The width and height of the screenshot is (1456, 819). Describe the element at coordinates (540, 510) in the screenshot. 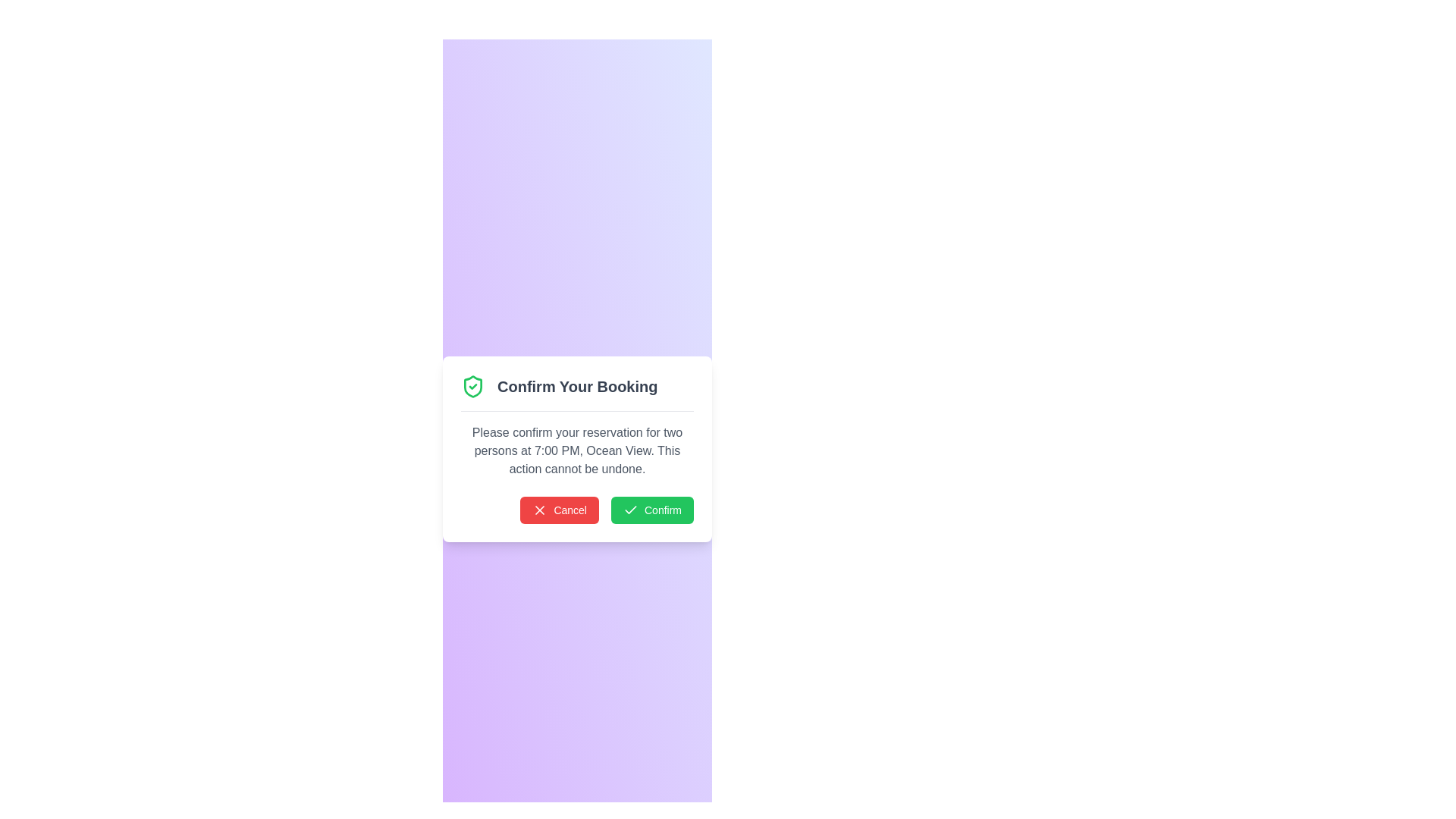

I see `the 'X' icon on the left side of the red 'Cancel' button` at that location.